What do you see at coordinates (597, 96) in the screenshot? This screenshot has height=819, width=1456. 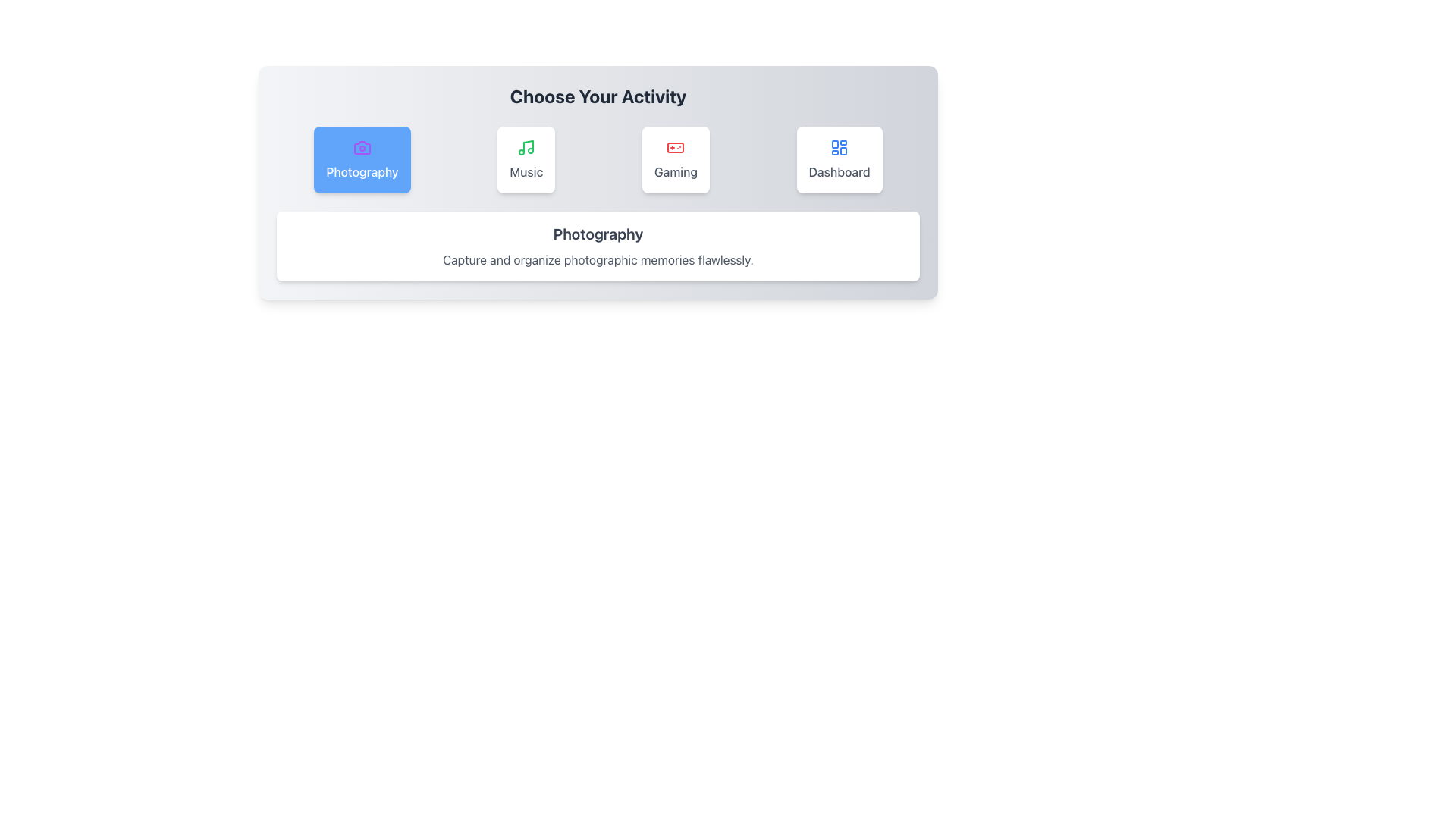 I see `text label that serves as a title or heading for the activity selection options, positioned at the top center of the light gray rectangular box` at bounding box center [597, 96].